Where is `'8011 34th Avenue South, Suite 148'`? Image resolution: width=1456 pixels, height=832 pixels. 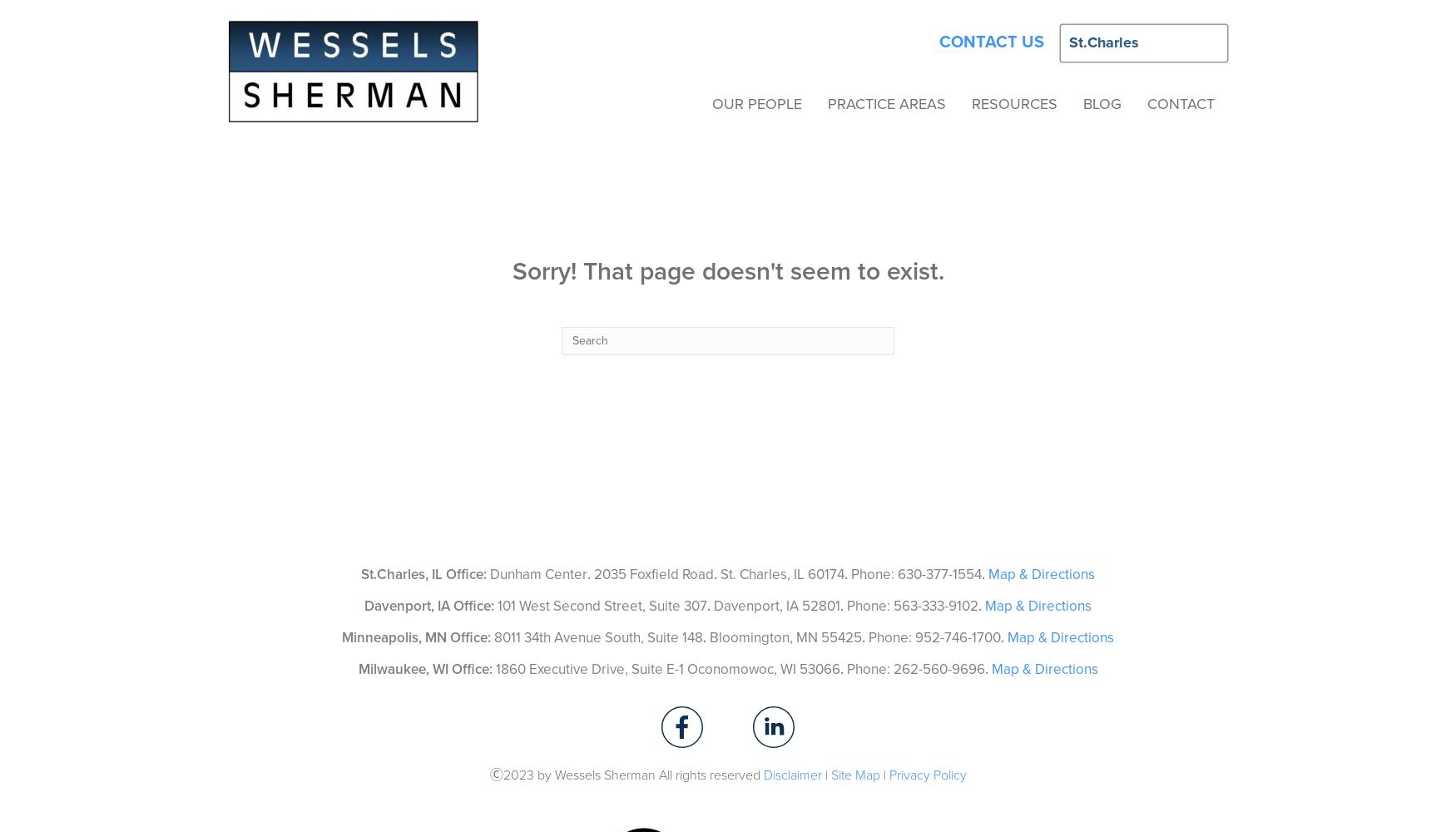
'8011 34th Avenue South, Suite 148' is located at coordinates (598, 636).